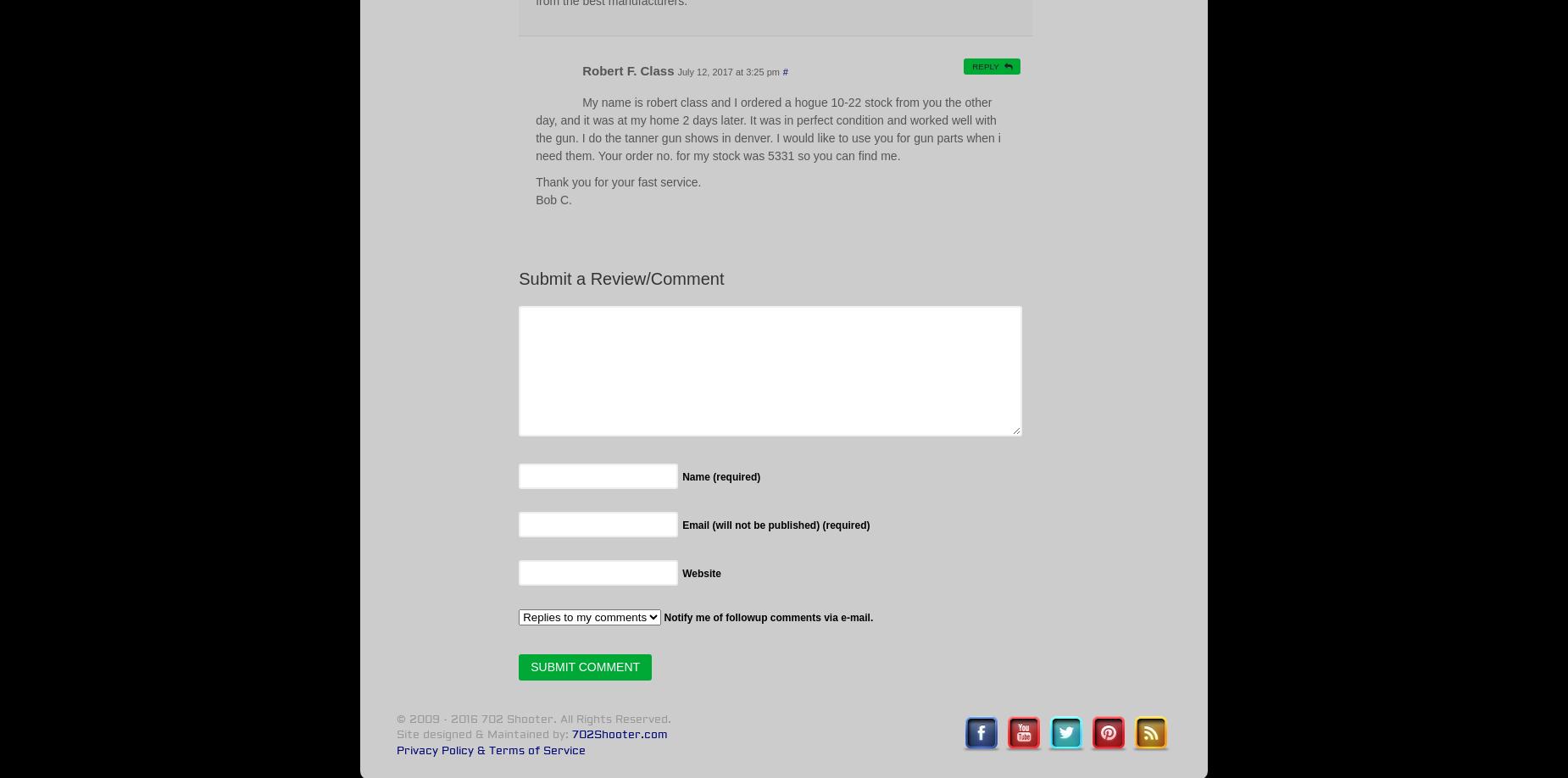  Describe the element at coordinates (490, 749) in the screenshot. I see `'Privacy Policy & Terms of Service'` at that location.